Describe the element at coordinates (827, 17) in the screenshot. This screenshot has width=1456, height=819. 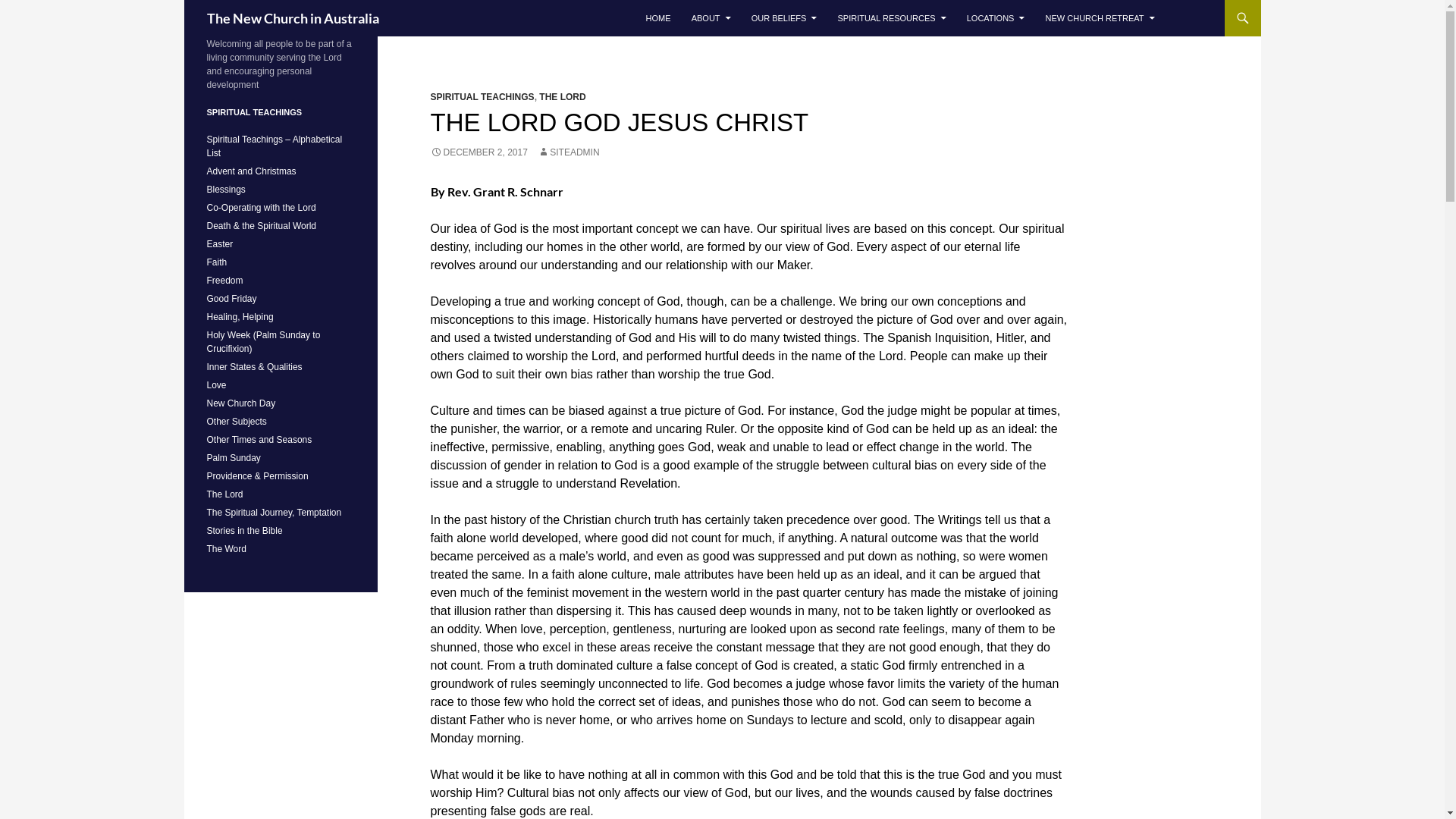
I see `'SPIRITUAL RESOURCES'` at that location.